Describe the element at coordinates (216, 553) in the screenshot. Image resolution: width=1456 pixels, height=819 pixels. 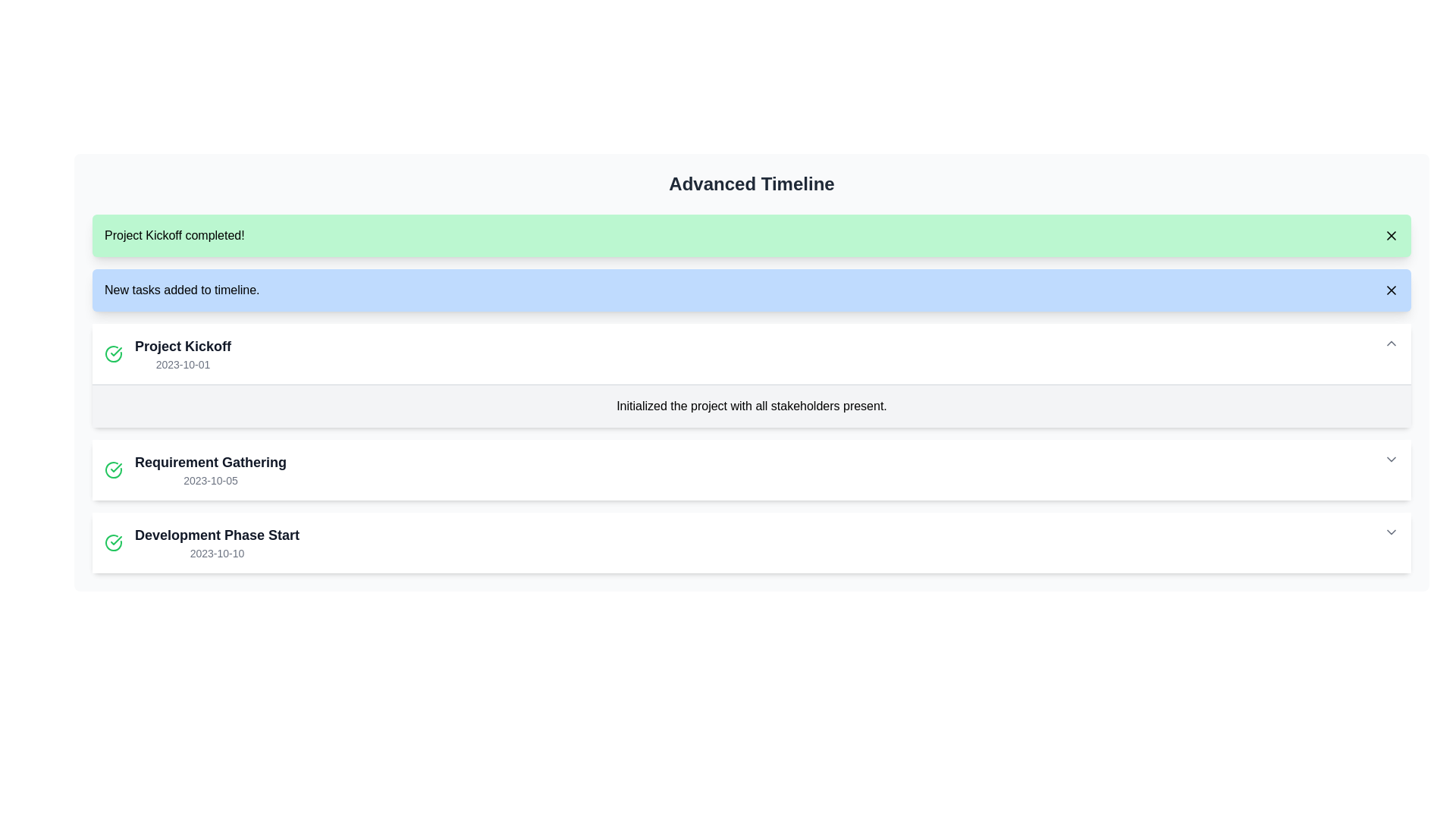
I see `the text element displaying the date '2023-10-10', which is positioned below 'Development Phase Start' in the timeline list under 'Advanced Timeline'` at that location.